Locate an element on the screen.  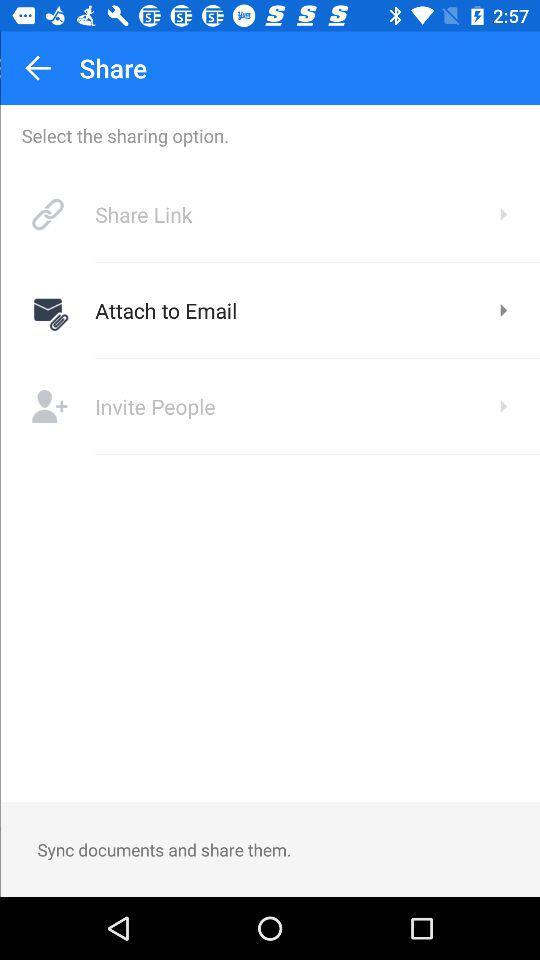
go back is located at coordinates (37, 68).